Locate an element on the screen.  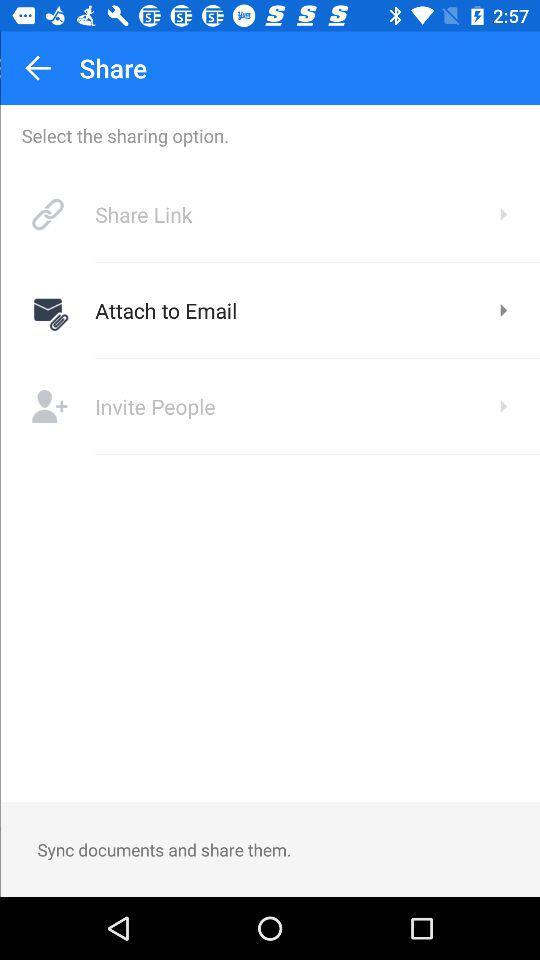
go back is located at coordinates (37, 68).